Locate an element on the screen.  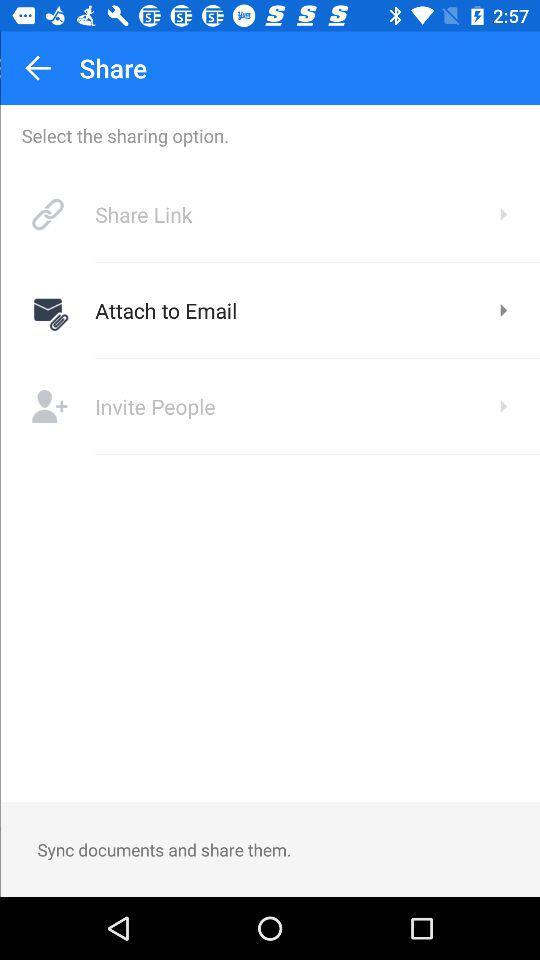
go back is located at coordinates (37, 68).